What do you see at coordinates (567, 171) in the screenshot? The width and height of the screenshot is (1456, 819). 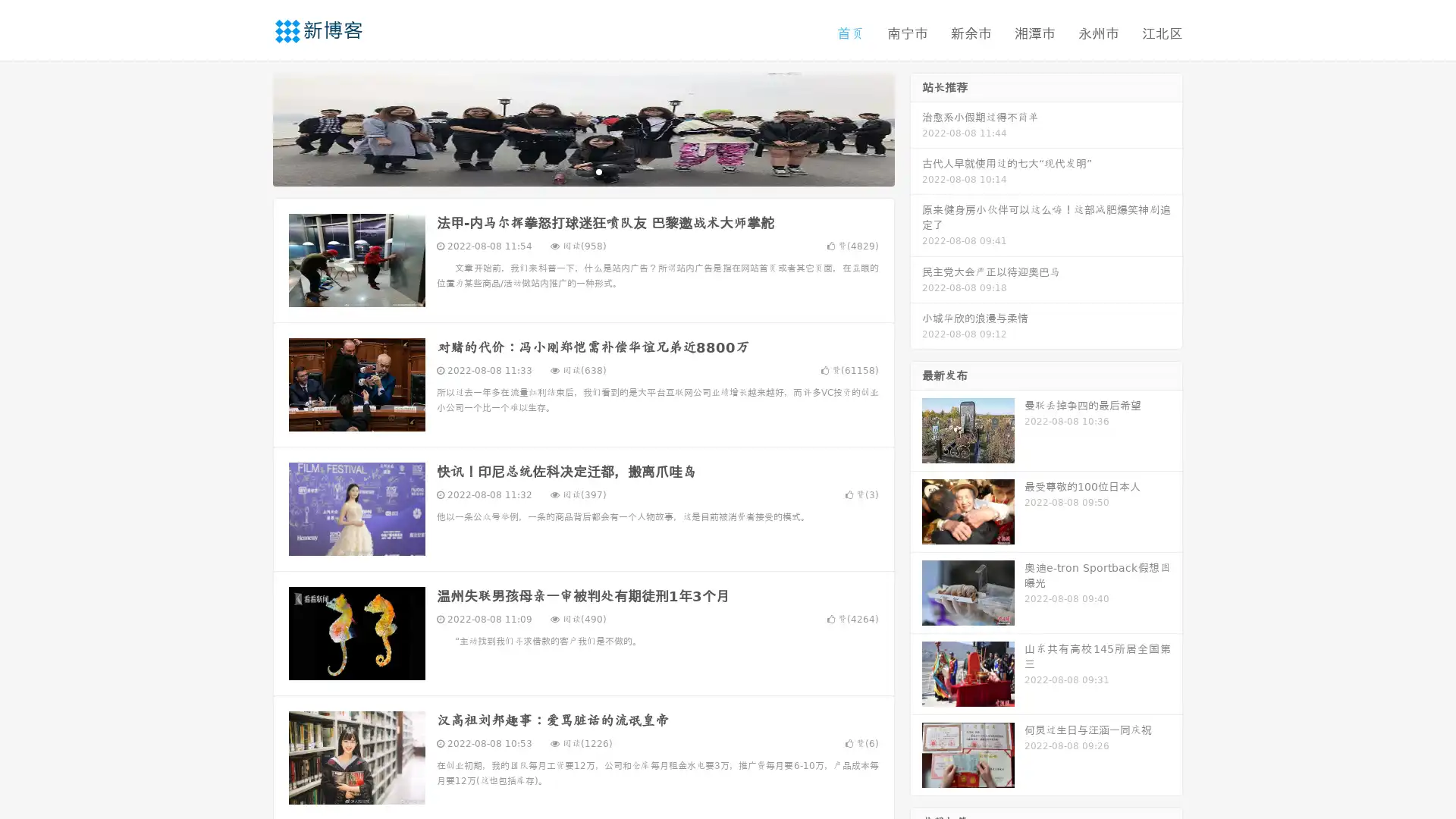 I see `Go to slide 1` at bounding box center [567, 171].